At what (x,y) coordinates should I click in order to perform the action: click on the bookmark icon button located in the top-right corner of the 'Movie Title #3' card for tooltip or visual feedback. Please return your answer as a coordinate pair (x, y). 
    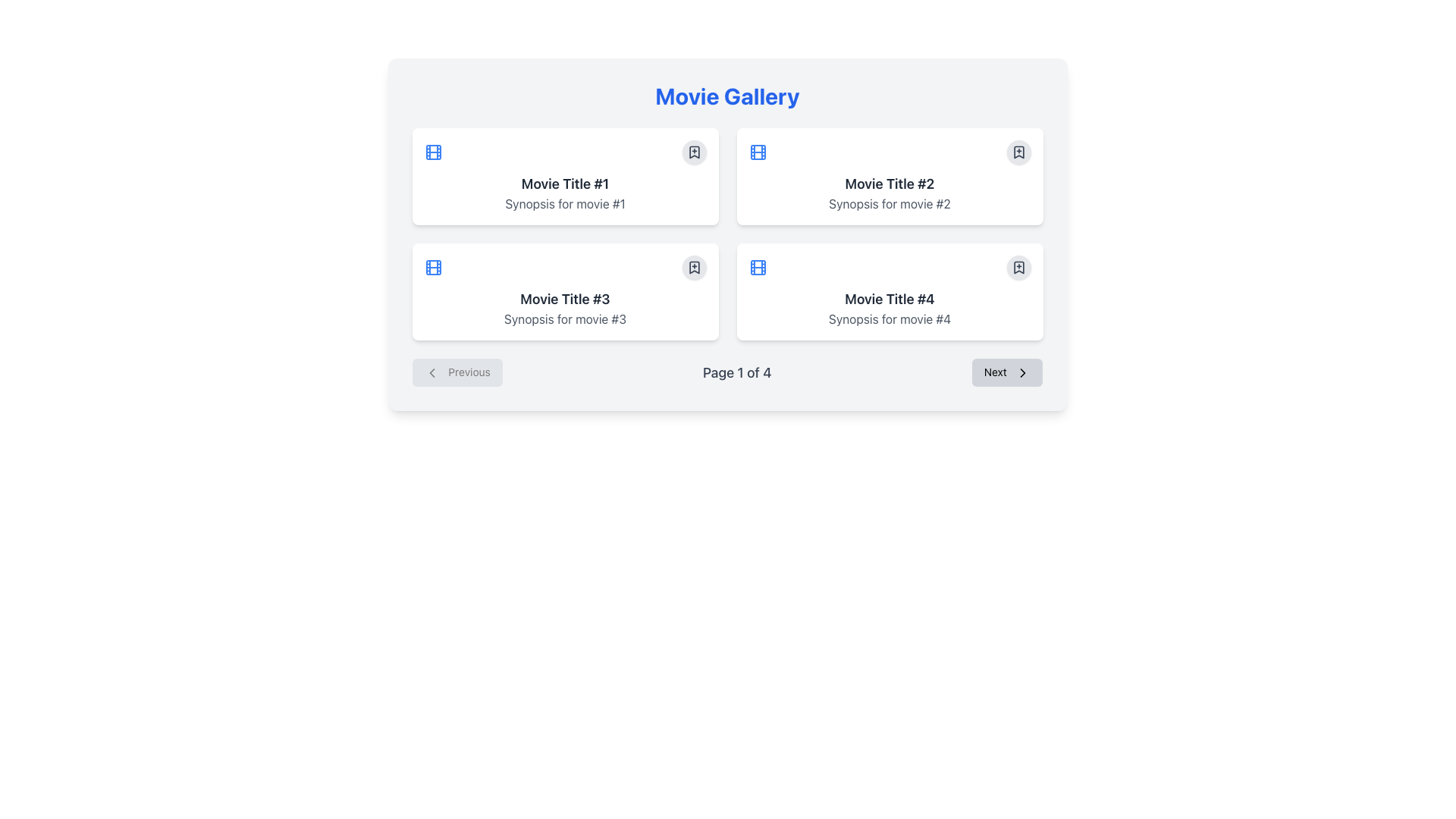
    Looking at the image, I should click on (693, 267).